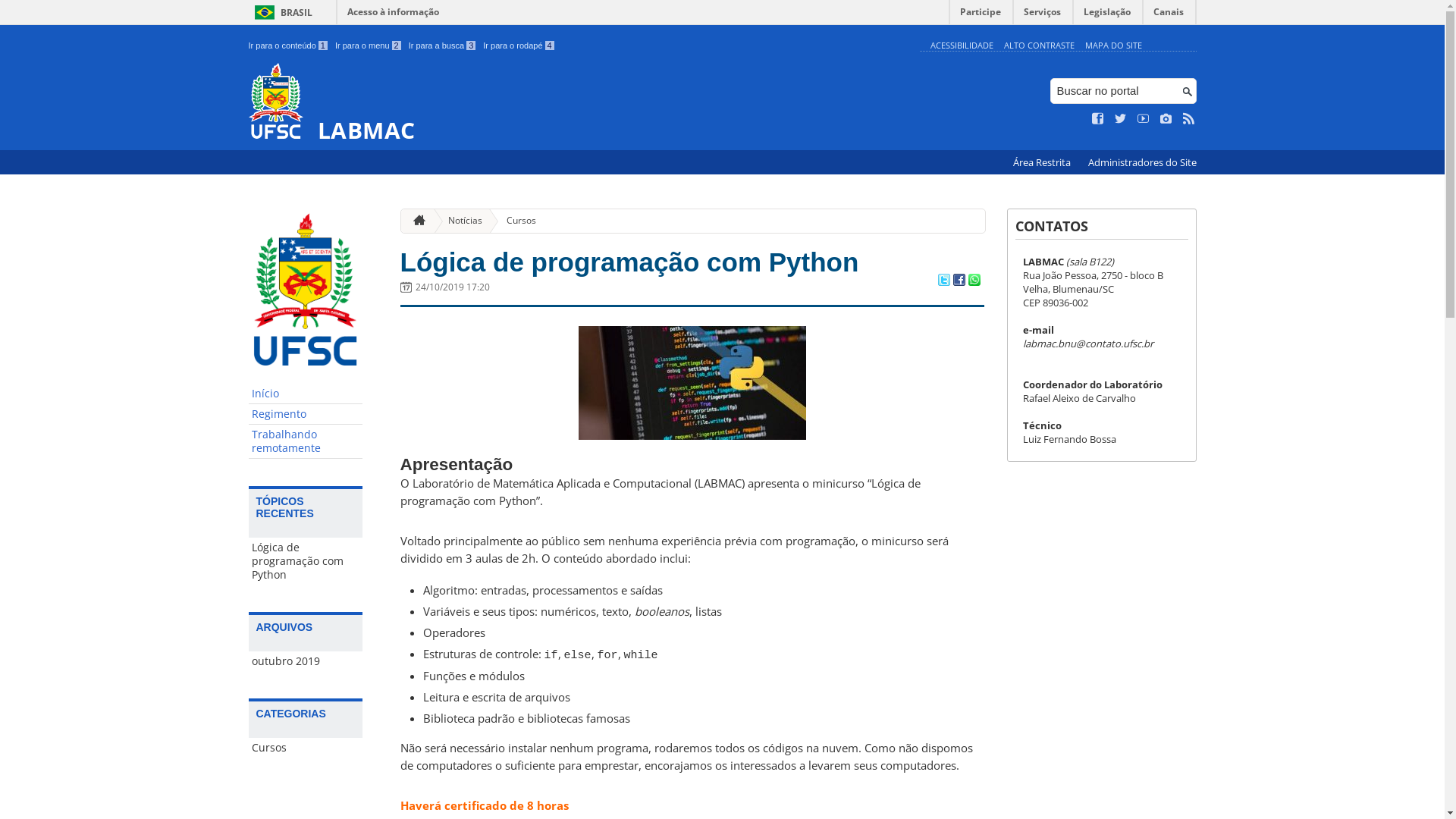 Image resolution: width=1456 pixels, height=819 pixels. I want to click on 'Trabalhando remotamente', so click(305, 441).